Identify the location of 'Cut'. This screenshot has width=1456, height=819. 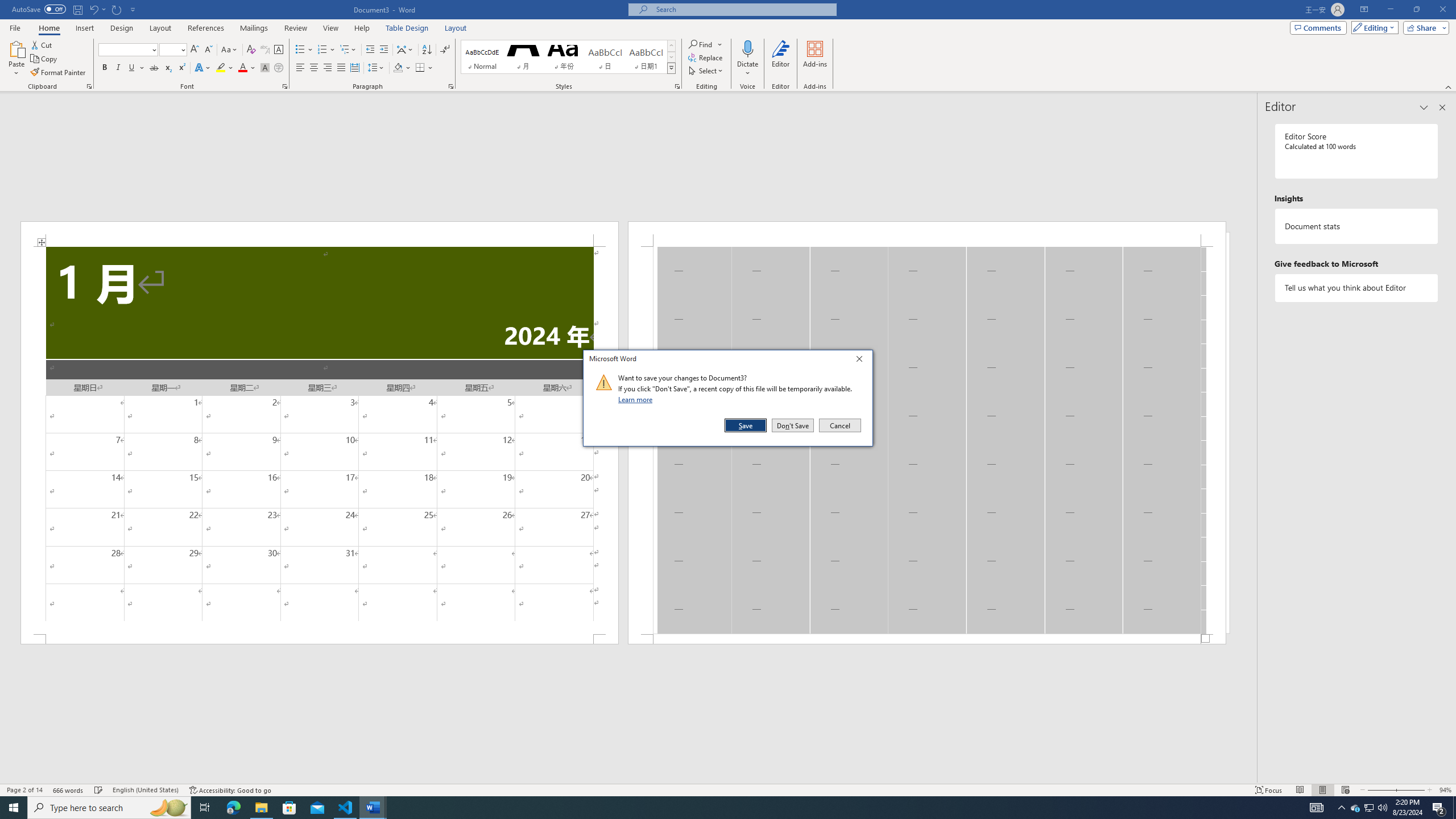
(42, 44).